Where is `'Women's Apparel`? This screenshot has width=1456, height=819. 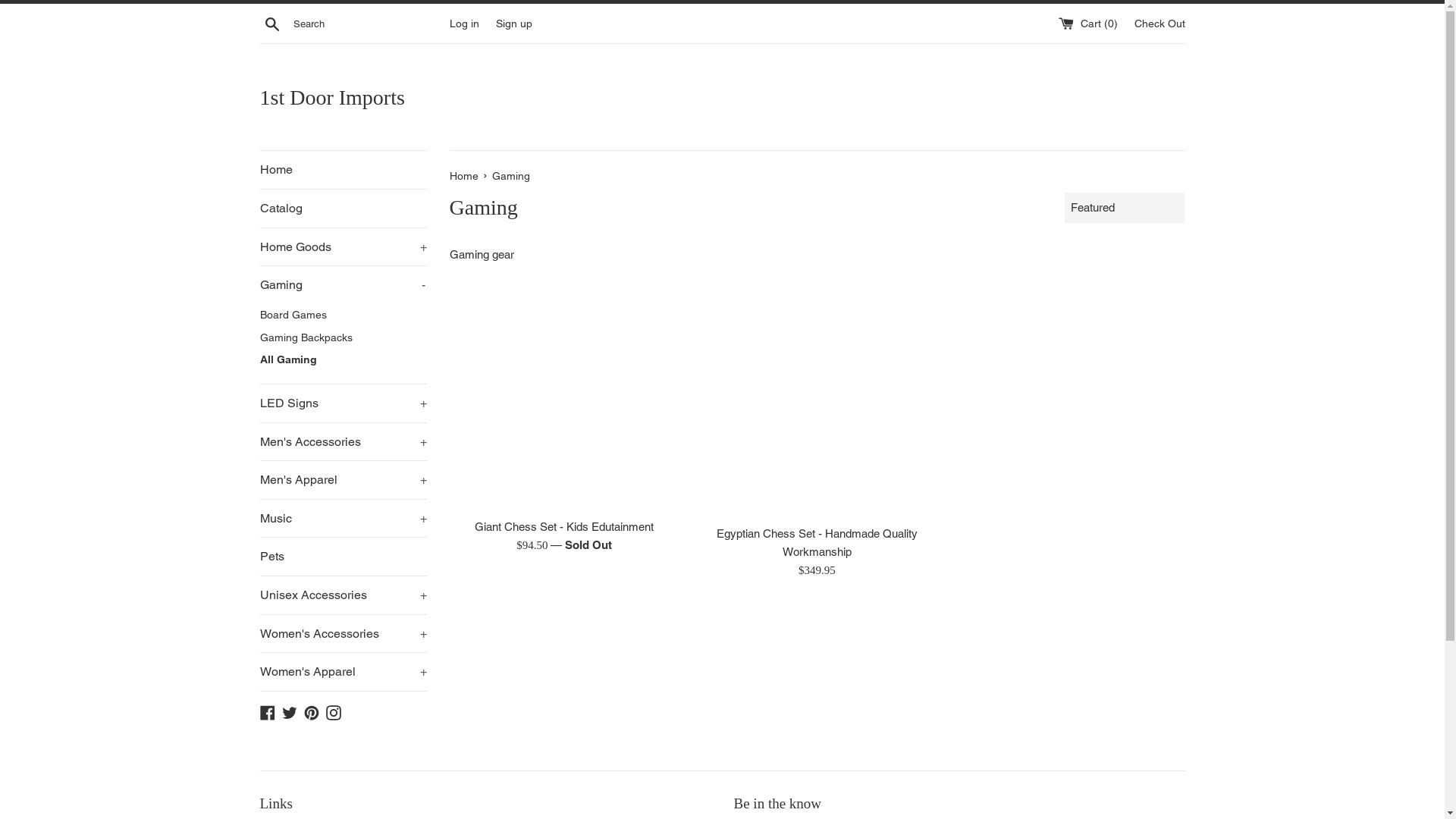
'Women's Apparel is located at coordinates (341, 671).